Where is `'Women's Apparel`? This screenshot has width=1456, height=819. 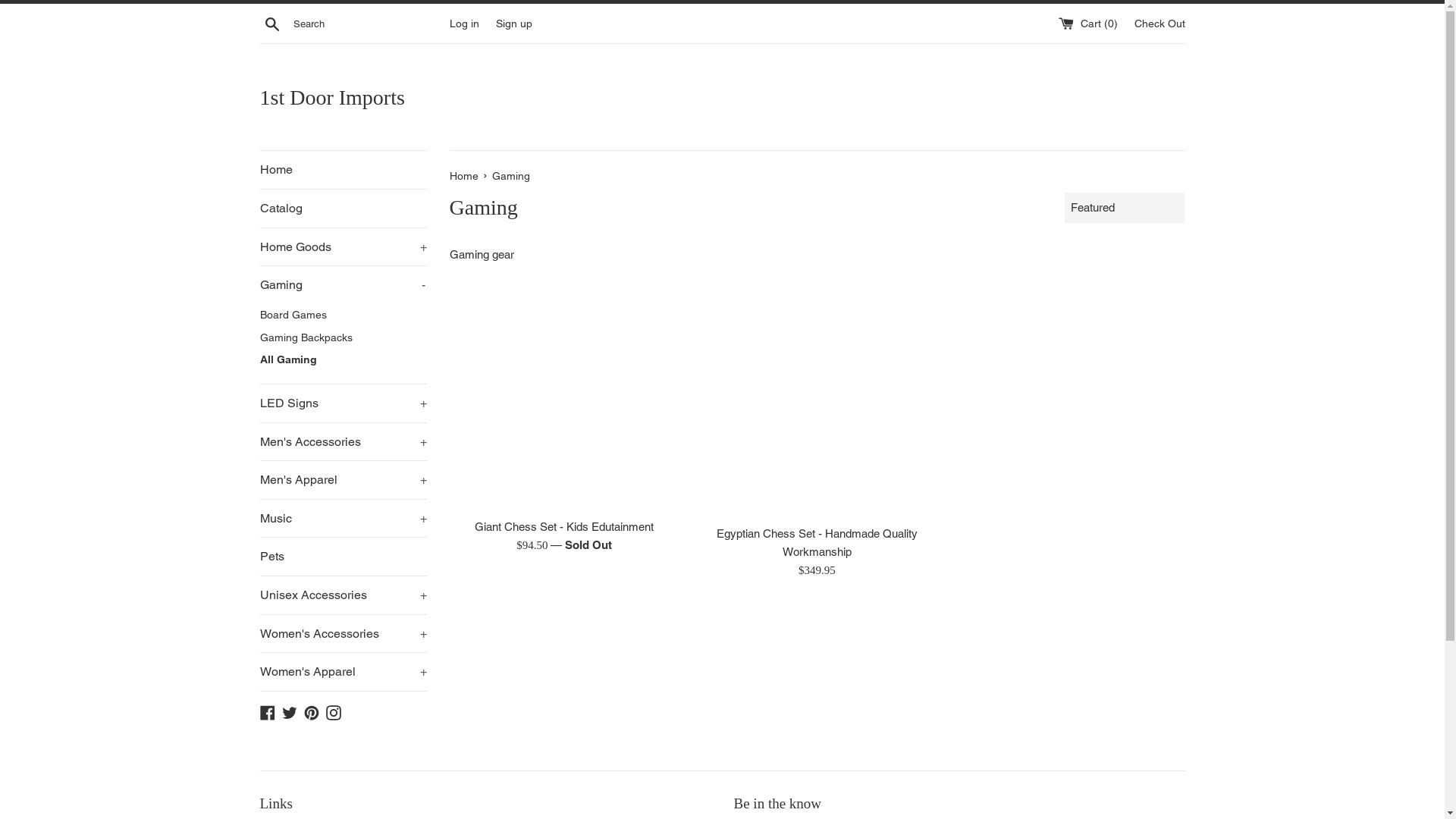
'Women's Apparel is located at coordinates (341, 671).